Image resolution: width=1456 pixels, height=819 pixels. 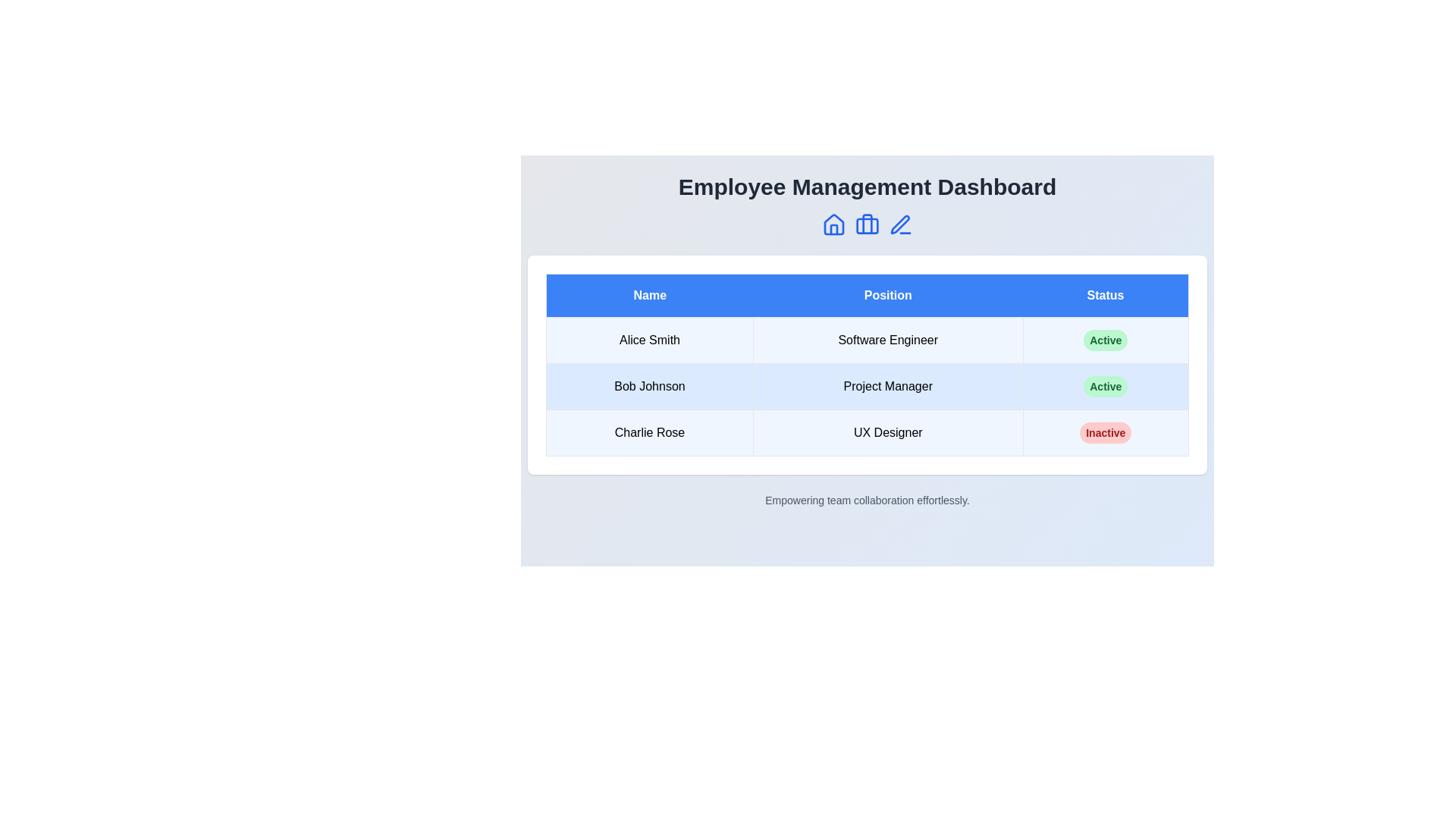 I want to click on the 'Project Manager' label, which is styled in bold black font on a light blue background, located in the second row of the table under the 'Position' column, so click(x=888, y=385).